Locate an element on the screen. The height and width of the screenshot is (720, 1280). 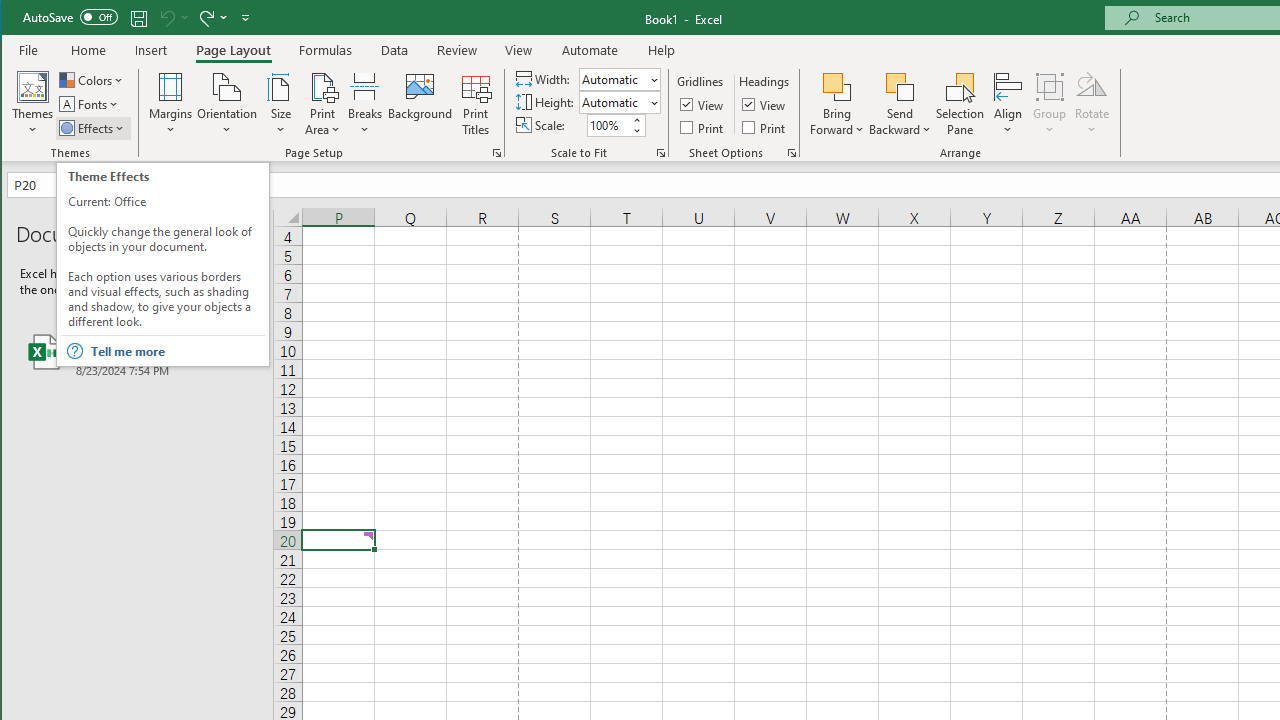
'Bring Forward' is located at coordinates (837, 85).